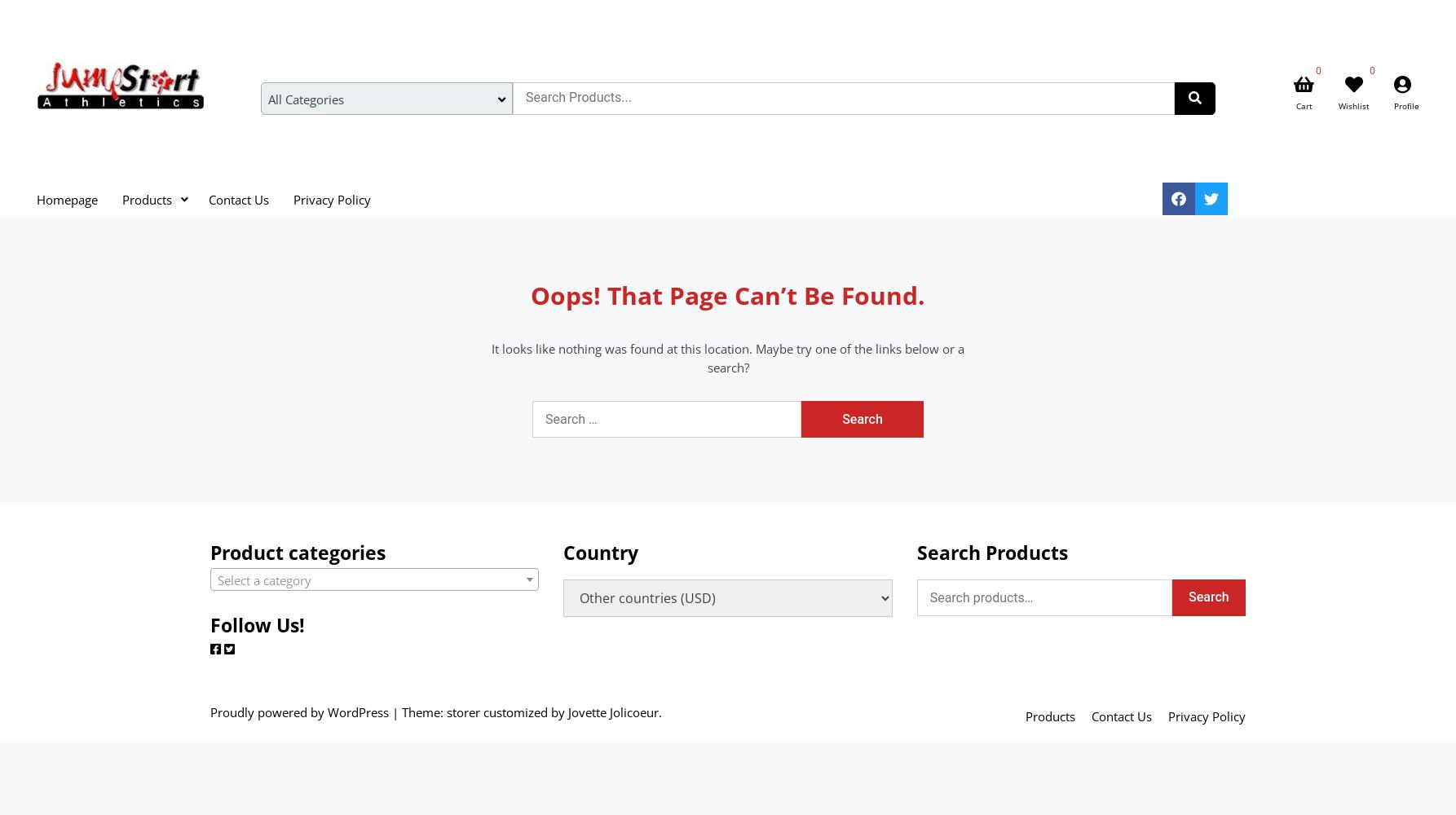 Image resolution: width=1456 pixels, height=815 pixels. What do you see at coordinates (1338, 106) in the screenshot?
I see `'Wishlist'` at bounding box center [1338, 106].